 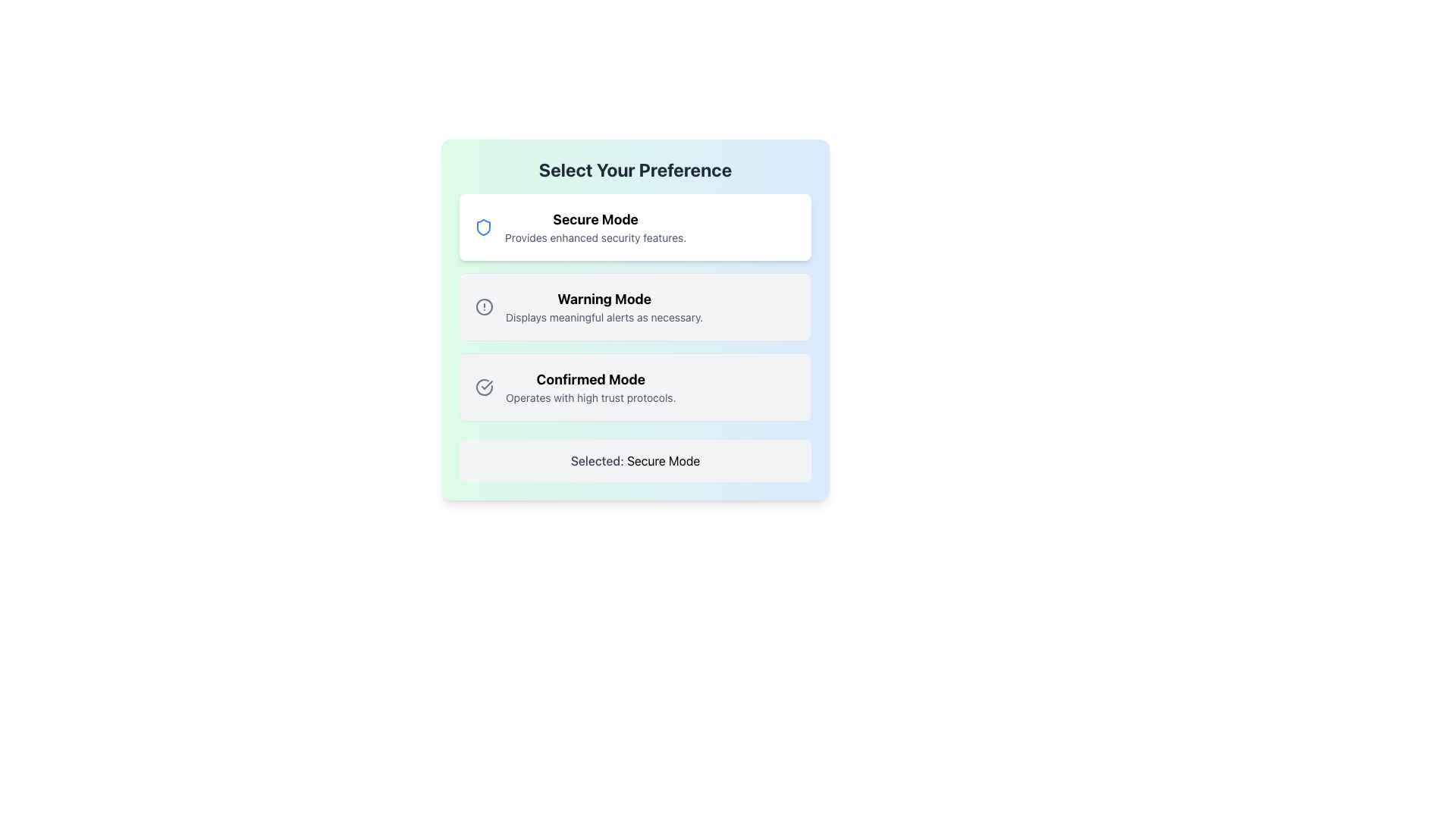 I want to click on the Textual Option Label titled 'Warning Mode', which is the second option in the vertical stack of three sections below 'Select Your Preference', so click(x=604, y=307).